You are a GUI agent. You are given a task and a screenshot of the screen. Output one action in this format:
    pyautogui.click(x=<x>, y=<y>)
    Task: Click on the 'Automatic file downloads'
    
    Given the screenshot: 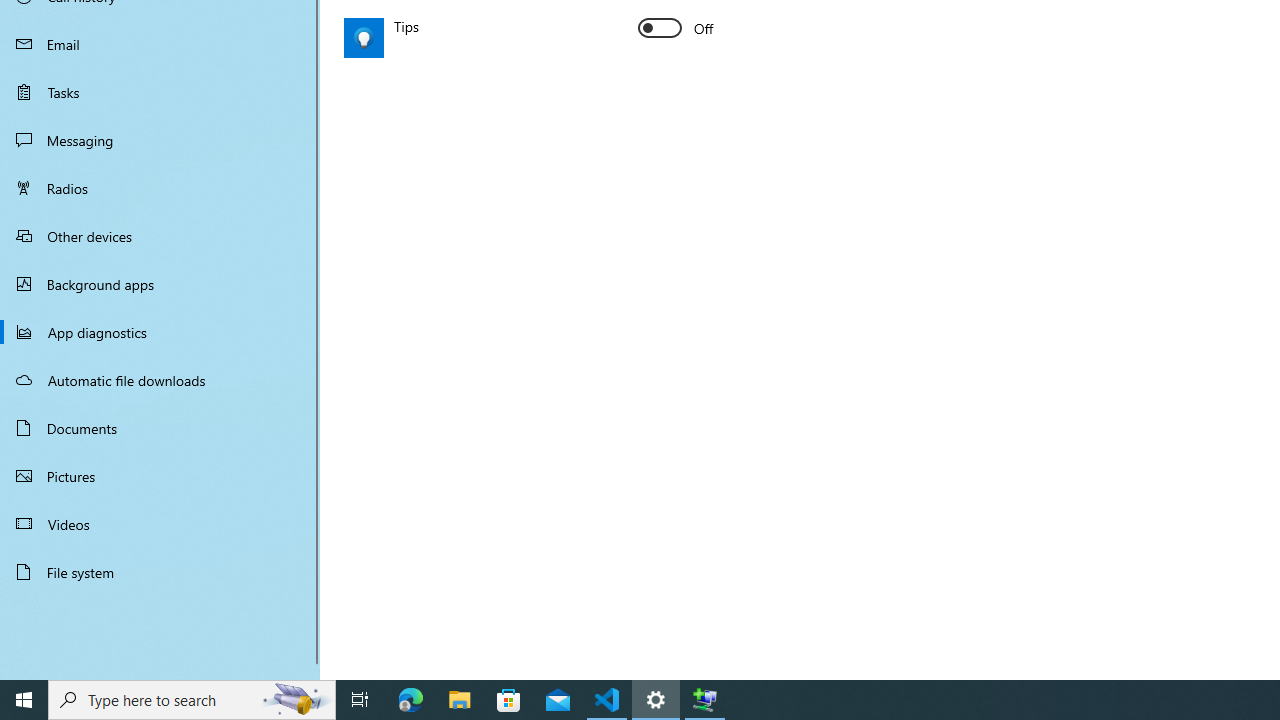 What is the action you would take?
    pyautogui.click(x=160, y=379)
    